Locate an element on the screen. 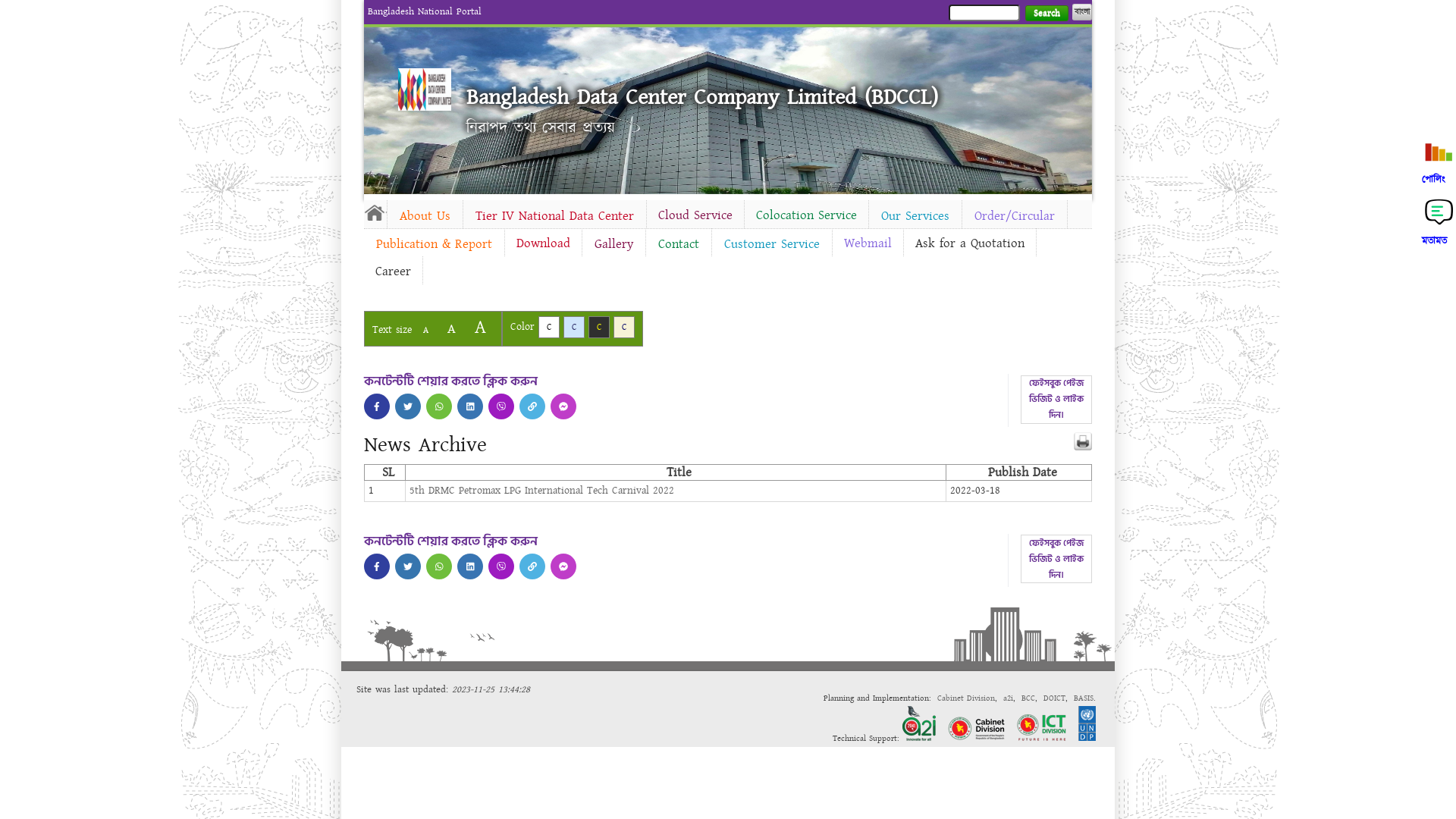  'Career' is located at coordinates (393, 271).